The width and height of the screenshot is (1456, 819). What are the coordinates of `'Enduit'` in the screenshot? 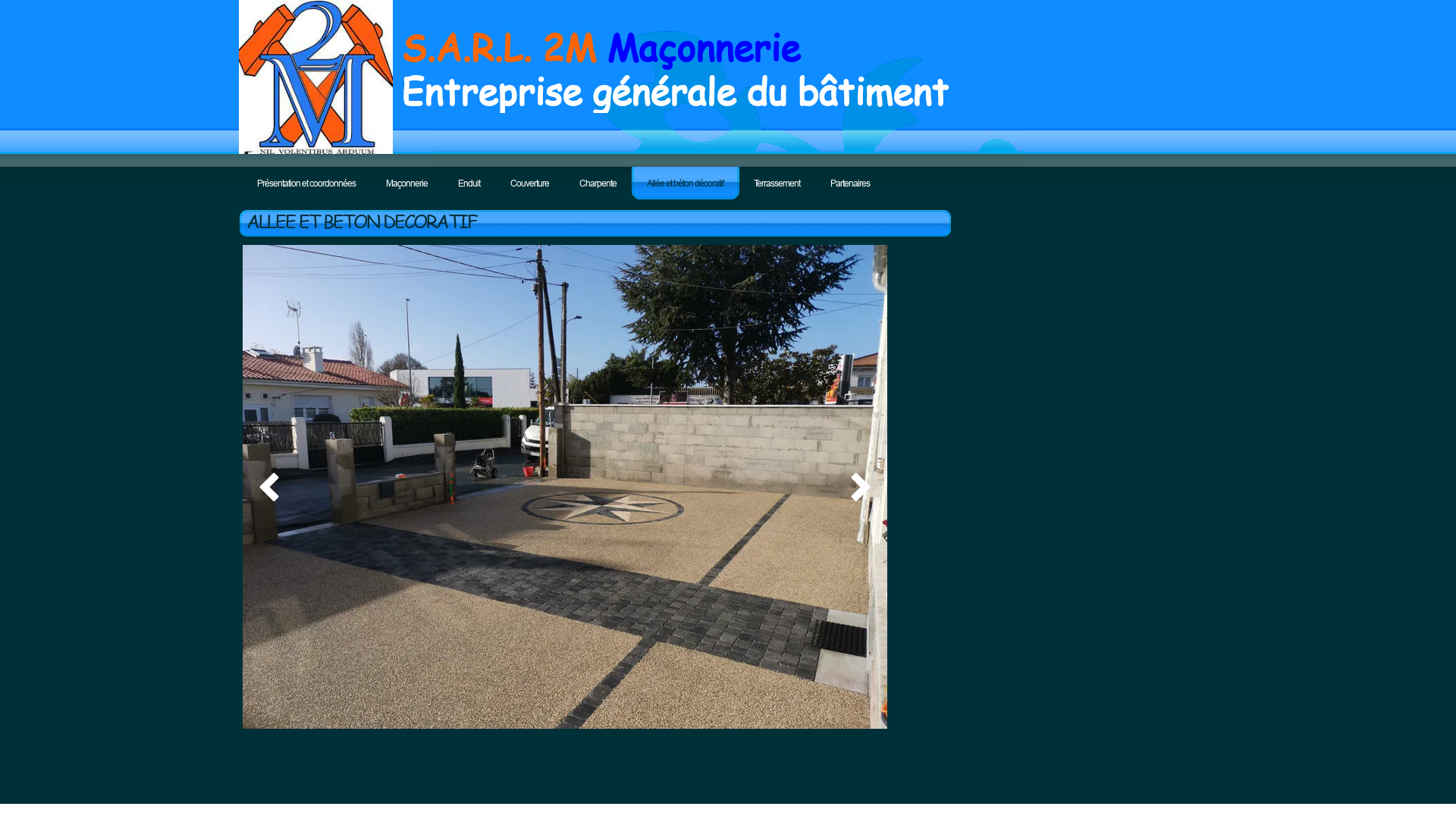 It's located at (468, 182).